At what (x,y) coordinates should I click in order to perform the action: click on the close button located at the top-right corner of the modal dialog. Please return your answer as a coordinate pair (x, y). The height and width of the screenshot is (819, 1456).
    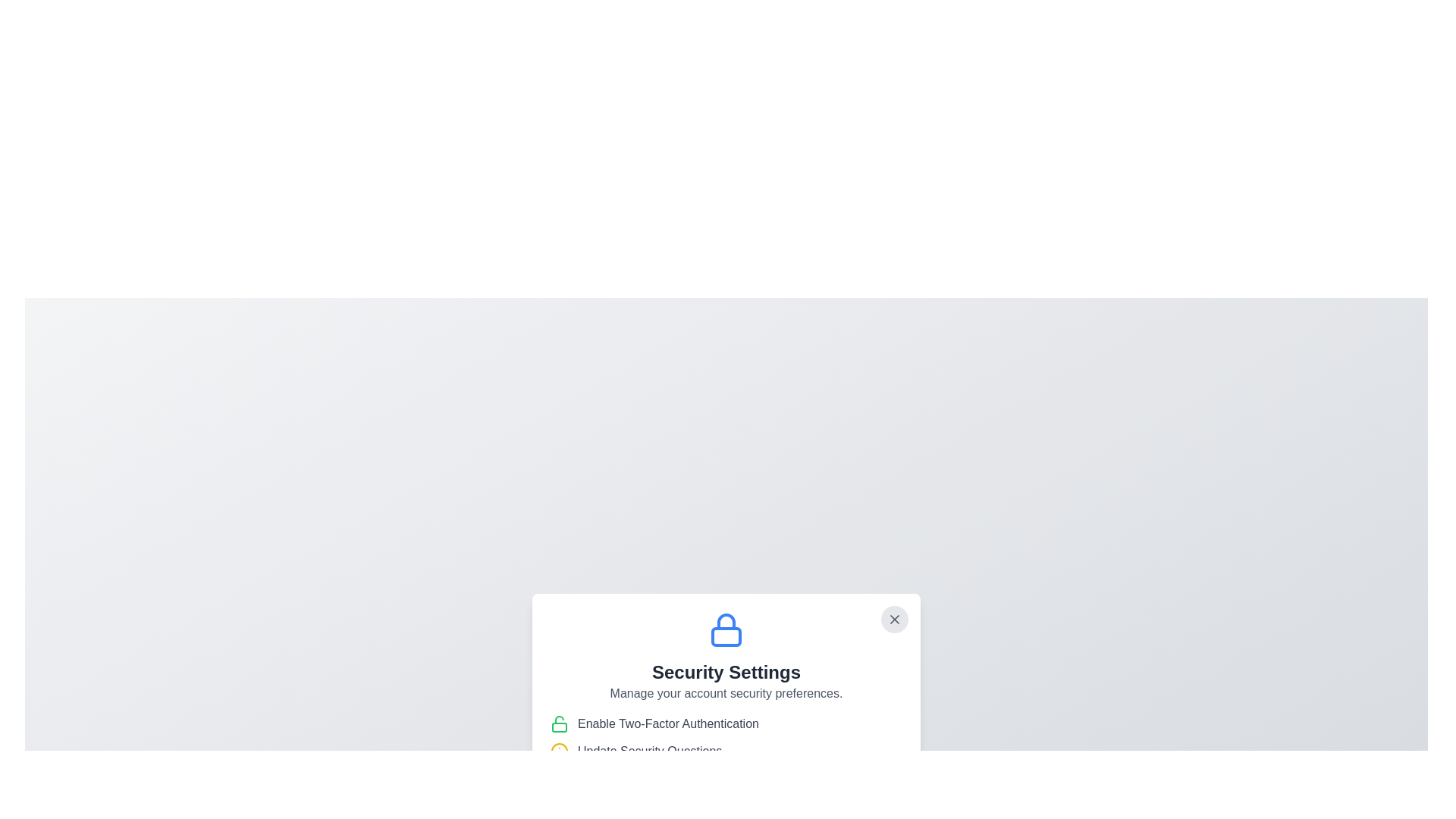
    Looking at the image, I should click on (895, 620).